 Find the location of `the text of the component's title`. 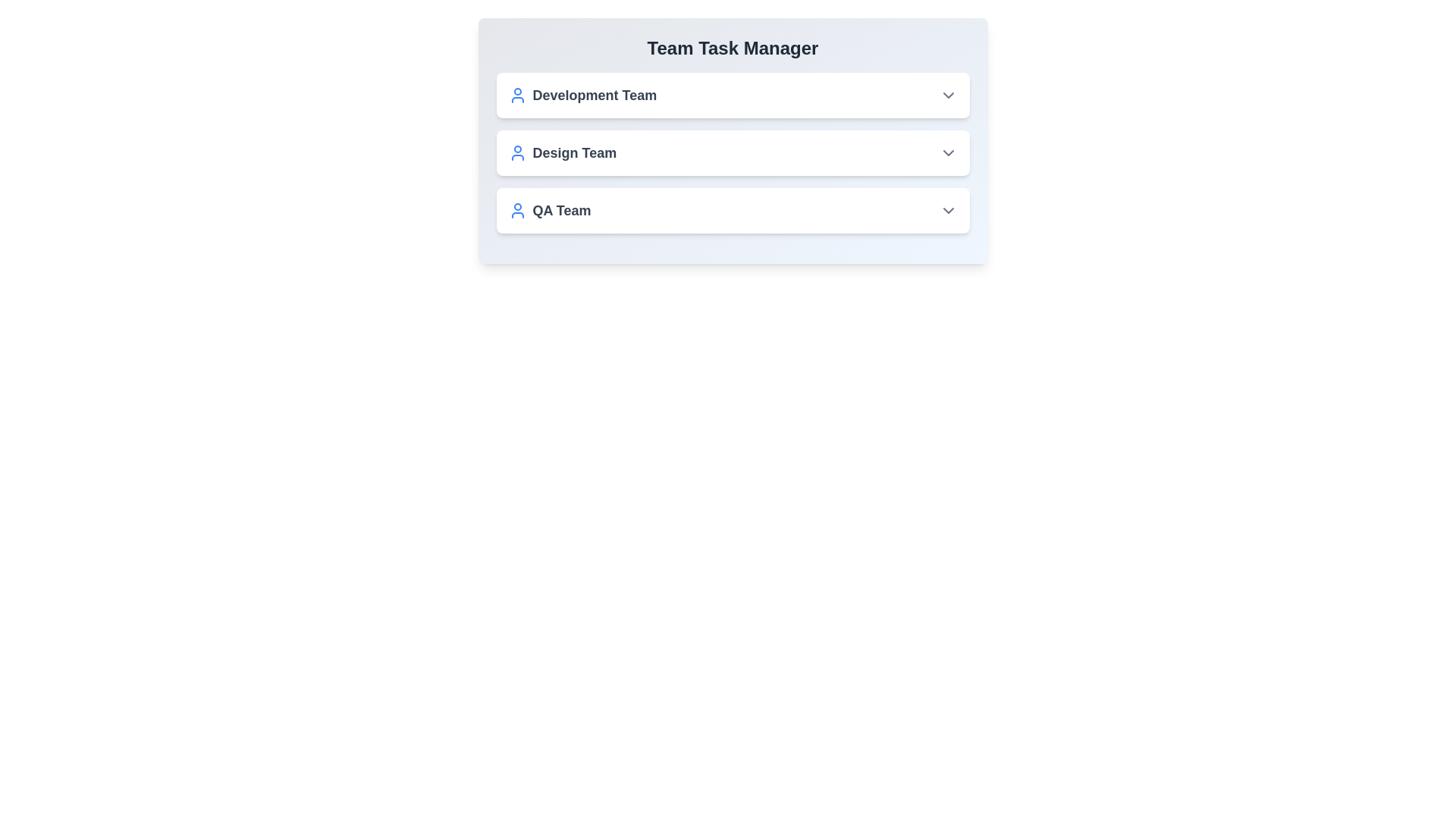

the text of the component's title is located at coordinates (733, 48).